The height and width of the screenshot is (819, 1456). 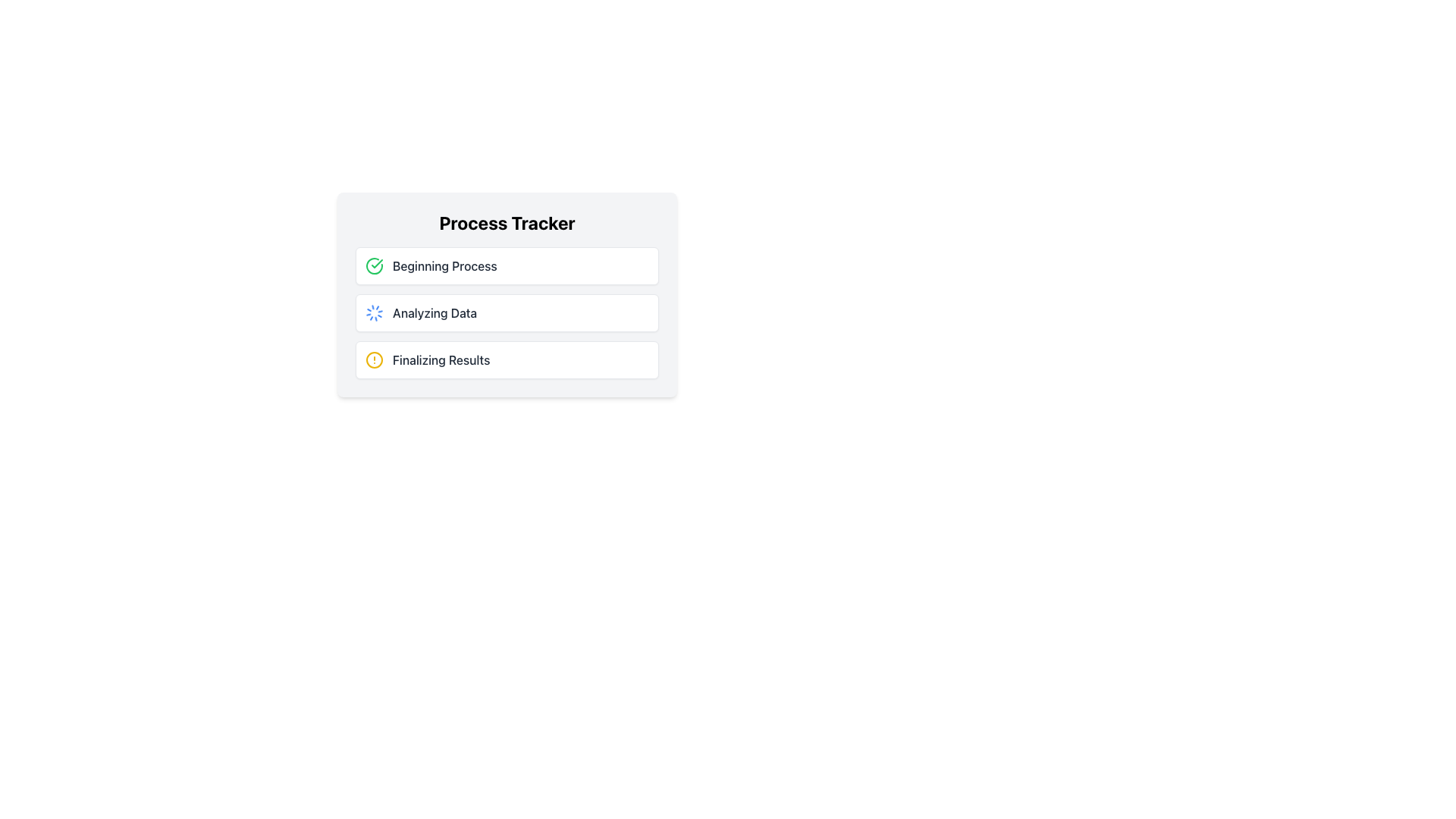 What do you see at coordinates (375, 265) in the screenshot?
I see `the visual icon representing the 'Beginning Process' item in the progress tracker list` at bounding box center [375, 265].